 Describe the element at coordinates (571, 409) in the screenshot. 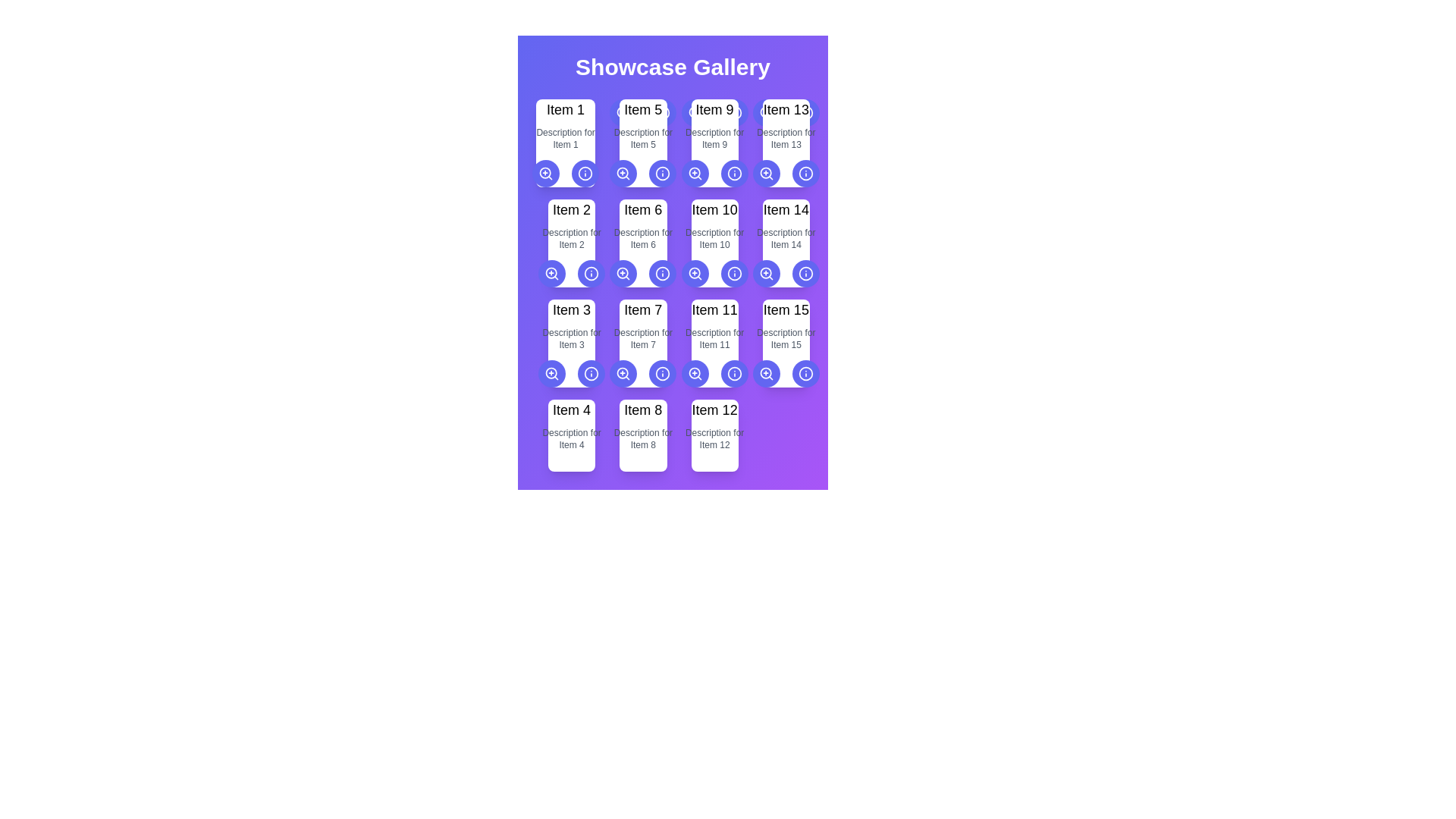

I see `the text display that shows 'Item 4' in a large and bold font style, located centrally within the fourth card in the bottom row of the grid layout` at that location.